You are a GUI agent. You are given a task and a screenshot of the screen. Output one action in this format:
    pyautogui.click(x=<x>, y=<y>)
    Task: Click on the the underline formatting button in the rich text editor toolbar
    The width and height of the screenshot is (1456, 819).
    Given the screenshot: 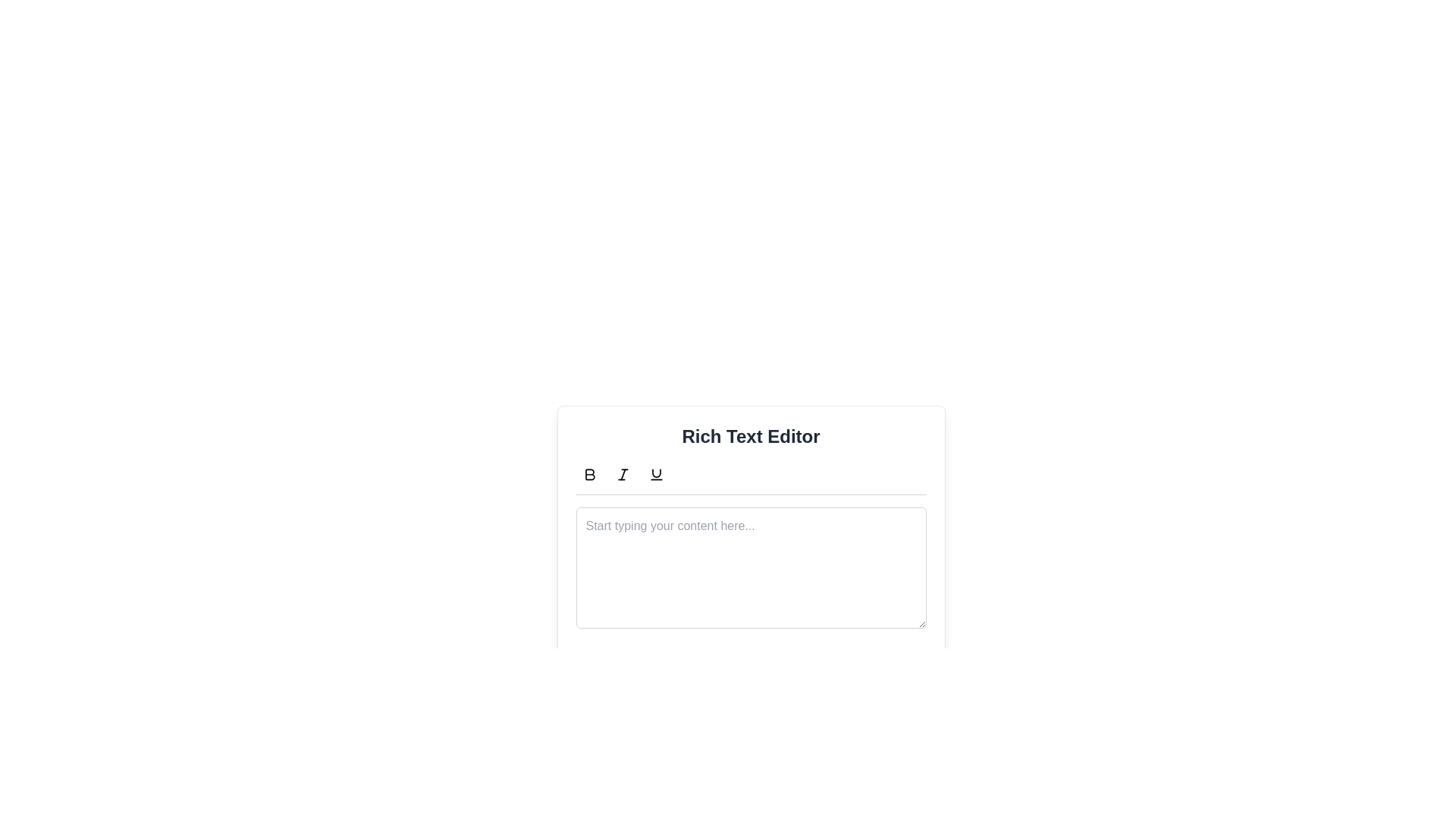 What is the action you would take?
    pyautogui.click(x=656, y=472)
    